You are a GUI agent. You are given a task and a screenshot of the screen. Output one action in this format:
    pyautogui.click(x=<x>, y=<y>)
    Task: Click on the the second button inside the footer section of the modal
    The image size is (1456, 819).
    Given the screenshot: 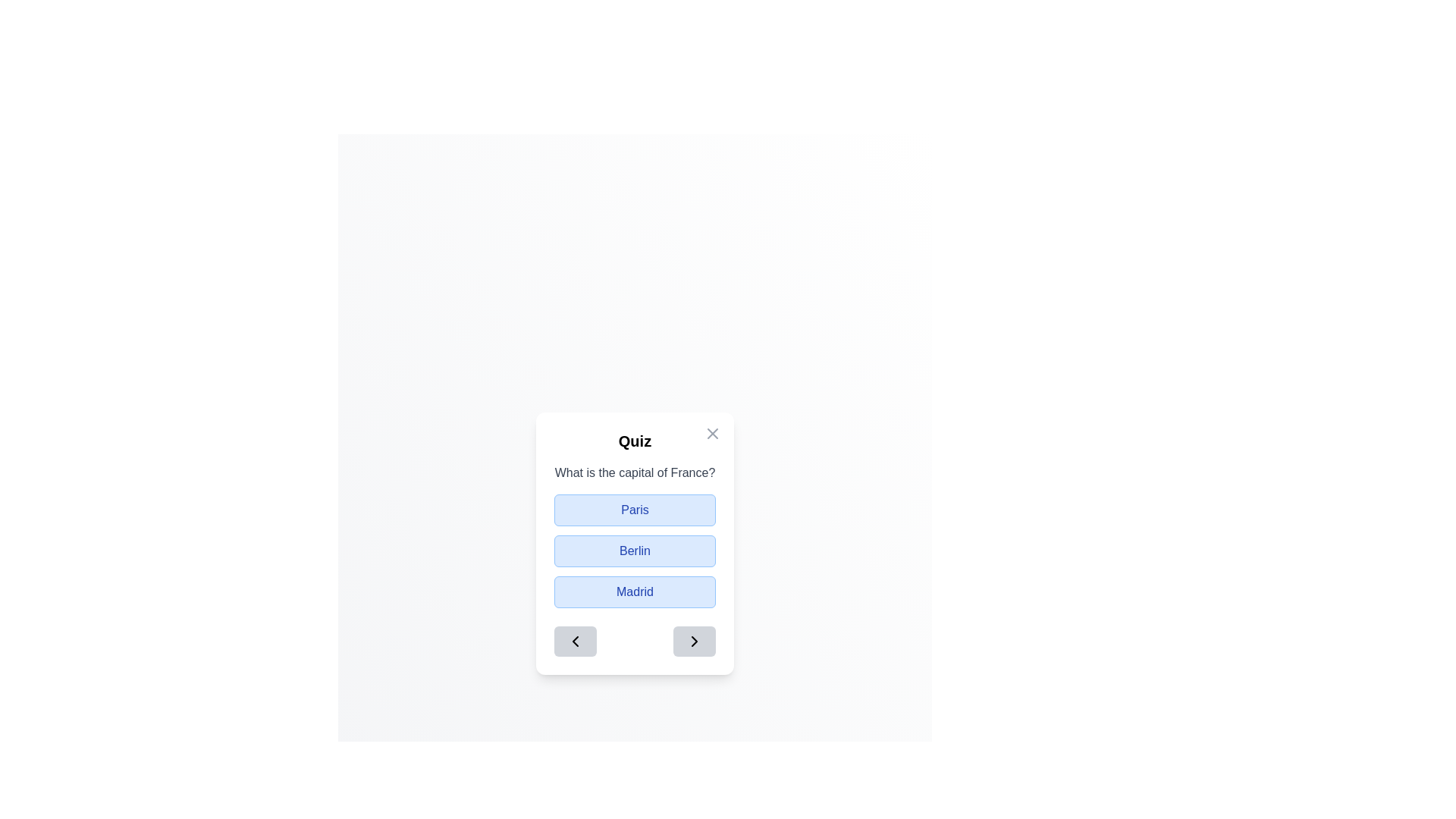 What is the action you would take?
    pyautogui.click(x=694, y=641)
    